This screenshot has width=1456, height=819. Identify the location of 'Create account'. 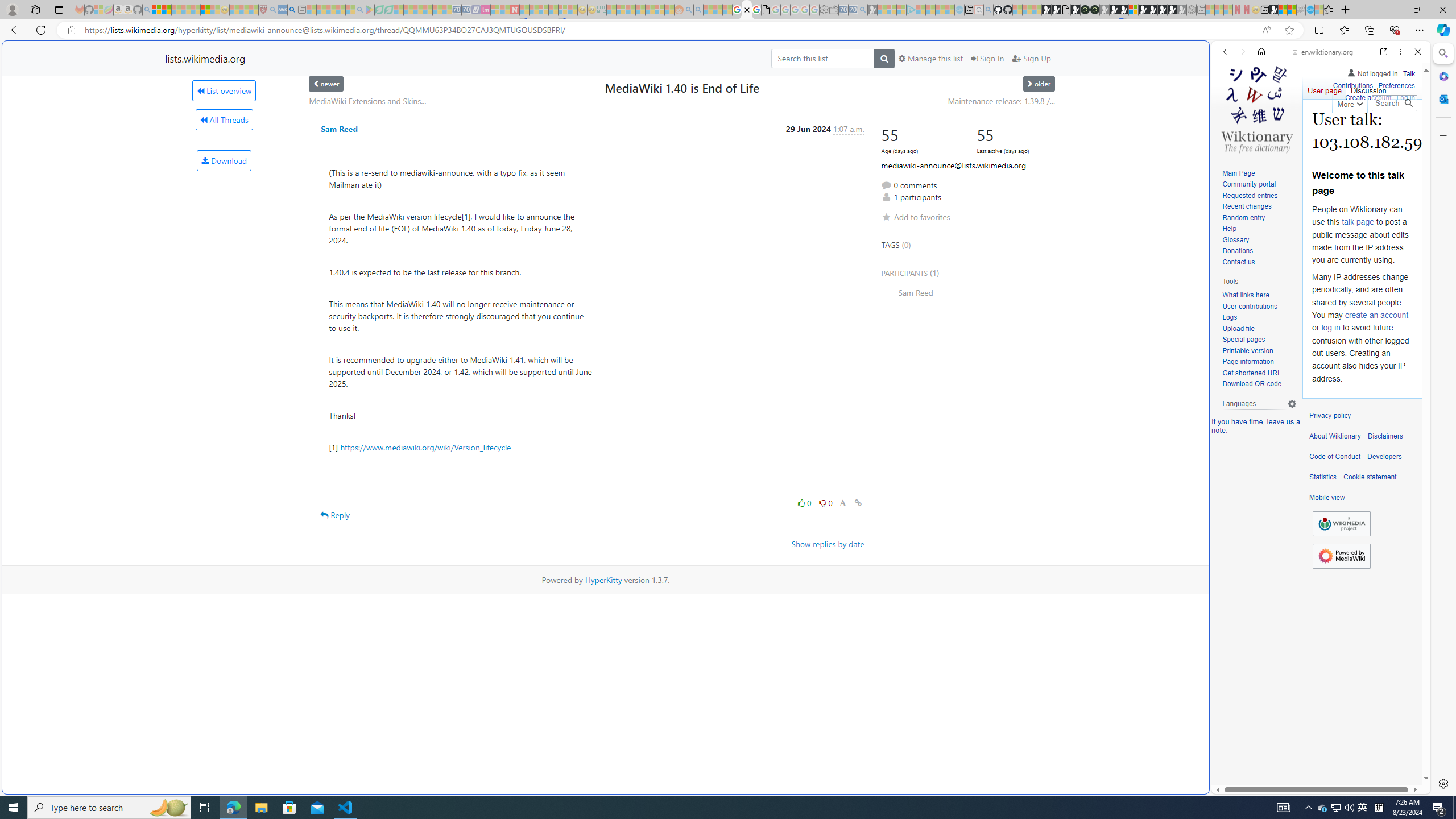
(1368, 98).